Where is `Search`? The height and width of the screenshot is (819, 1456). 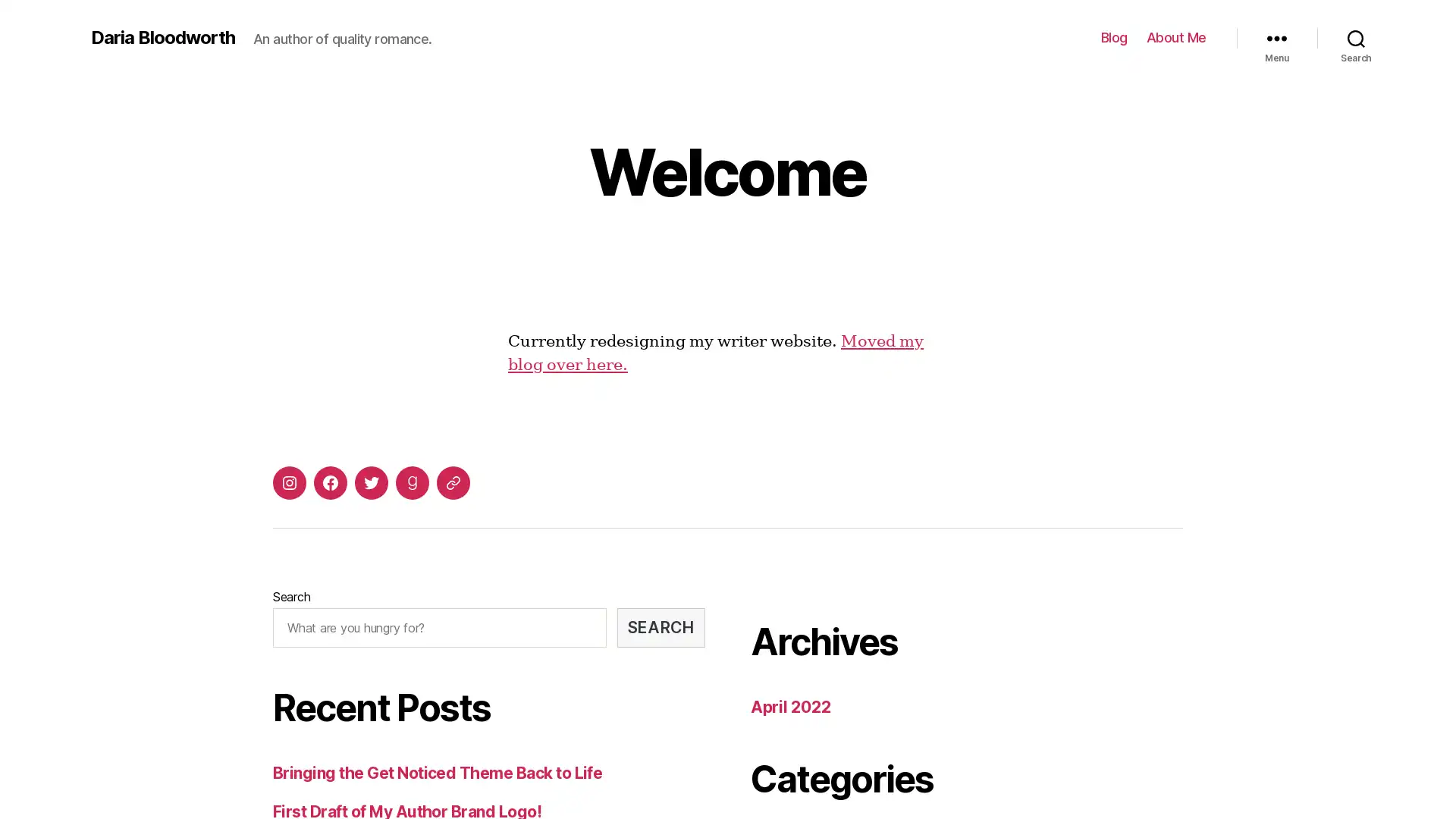
Search is located at coordinates (1356, 37).